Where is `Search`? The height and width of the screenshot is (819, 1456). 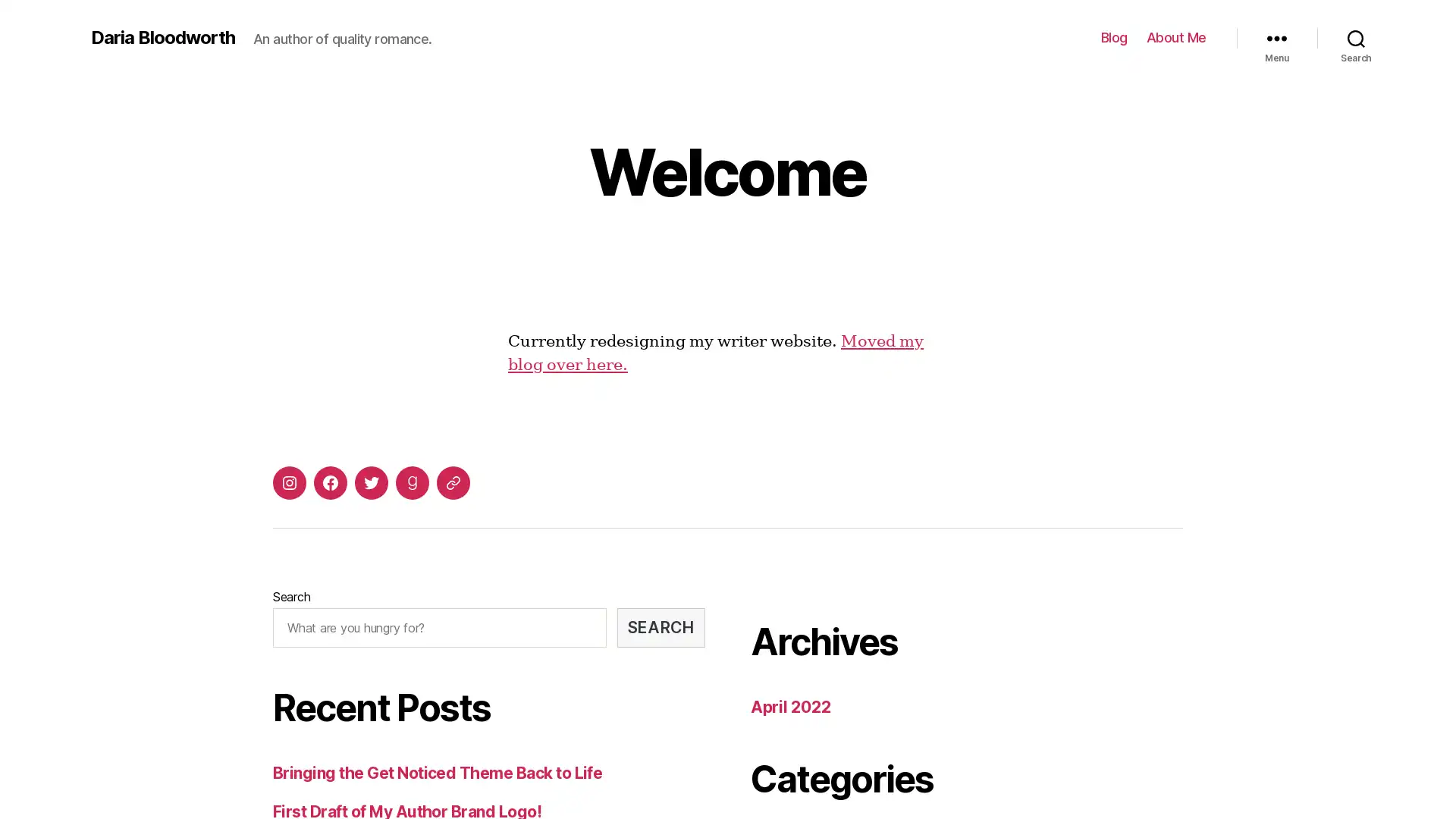
Search is located at coordinates (1356, 37).